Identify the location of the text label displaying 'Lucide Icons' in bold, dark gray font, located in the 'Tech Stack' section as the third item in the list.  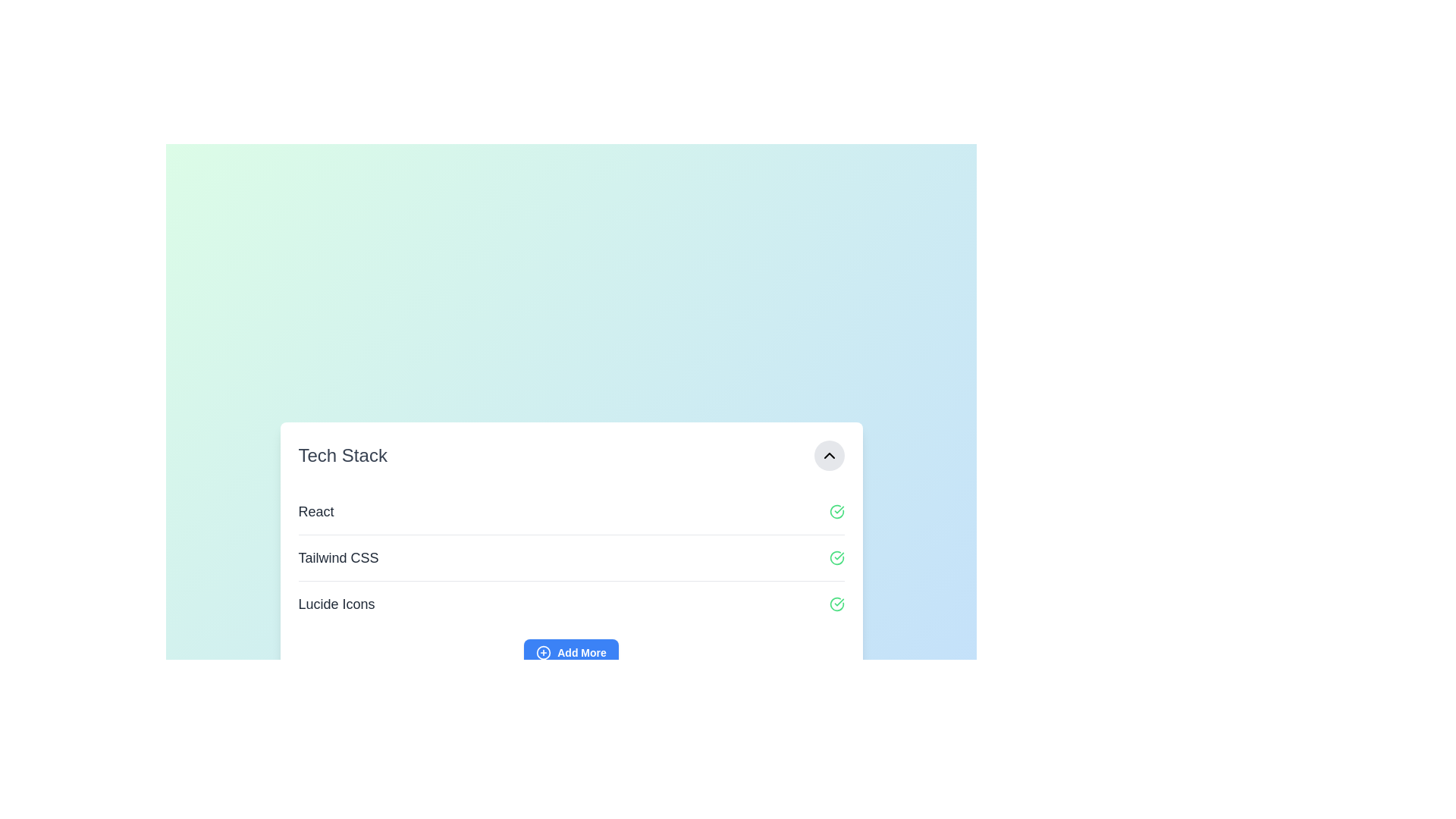
(336, 604).